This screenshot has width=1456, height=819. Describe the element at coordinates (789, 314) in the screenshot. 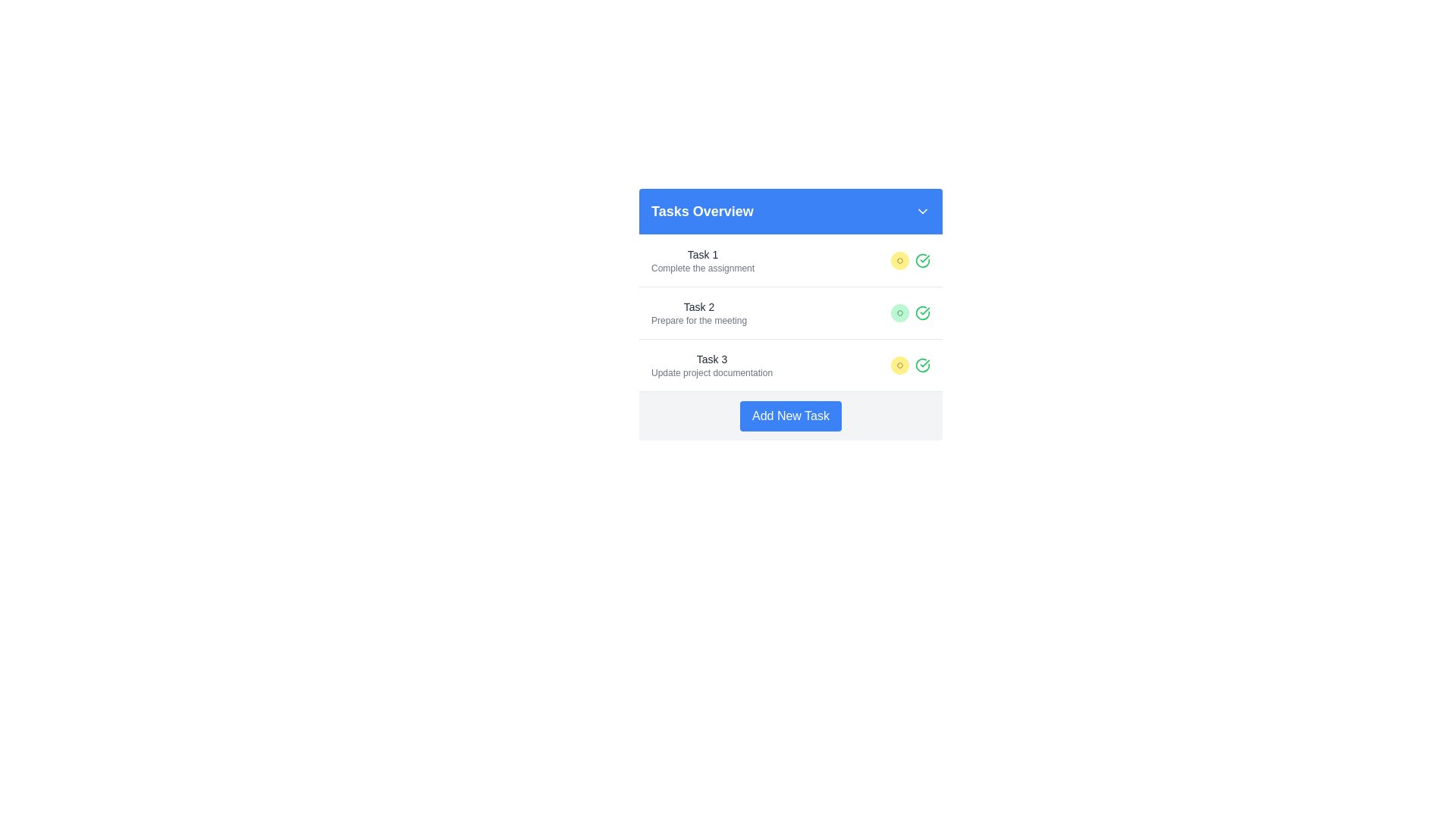

I see `the 'Task 2' entry labeled 'Prepare for the meeting'` at that location.